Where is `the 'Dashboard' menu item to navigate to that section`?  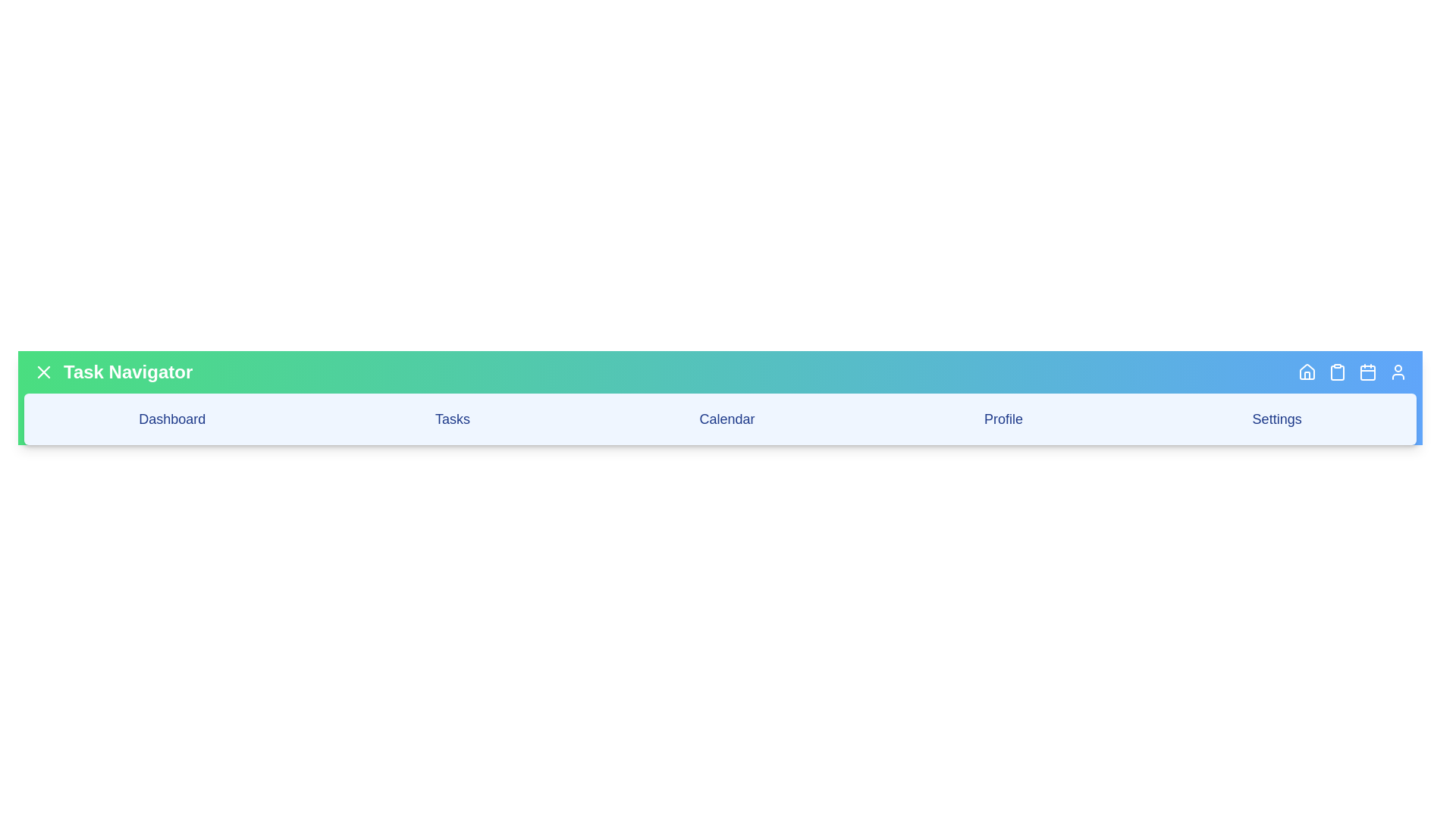 the 'Dashboard' menu item to navigate to that section is located at coordinates (171, 419).